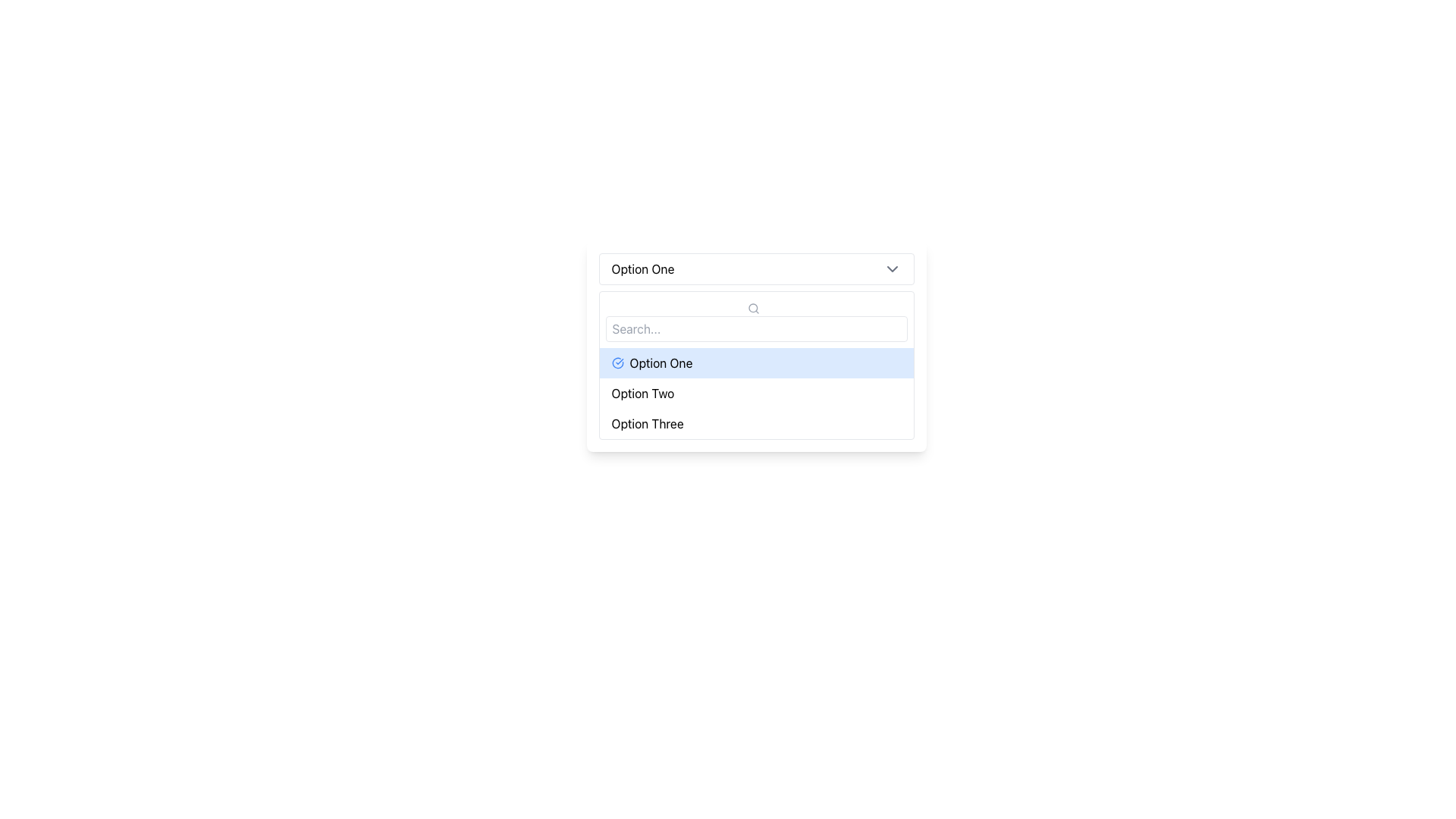 The width and height of the screenshot is (1456, 819). Describe the element at coordinates (756, 318) in the screenshot. I see `the search input field located inside the dropdown panel below the 'Option One' toggle to focus on it` at that location.